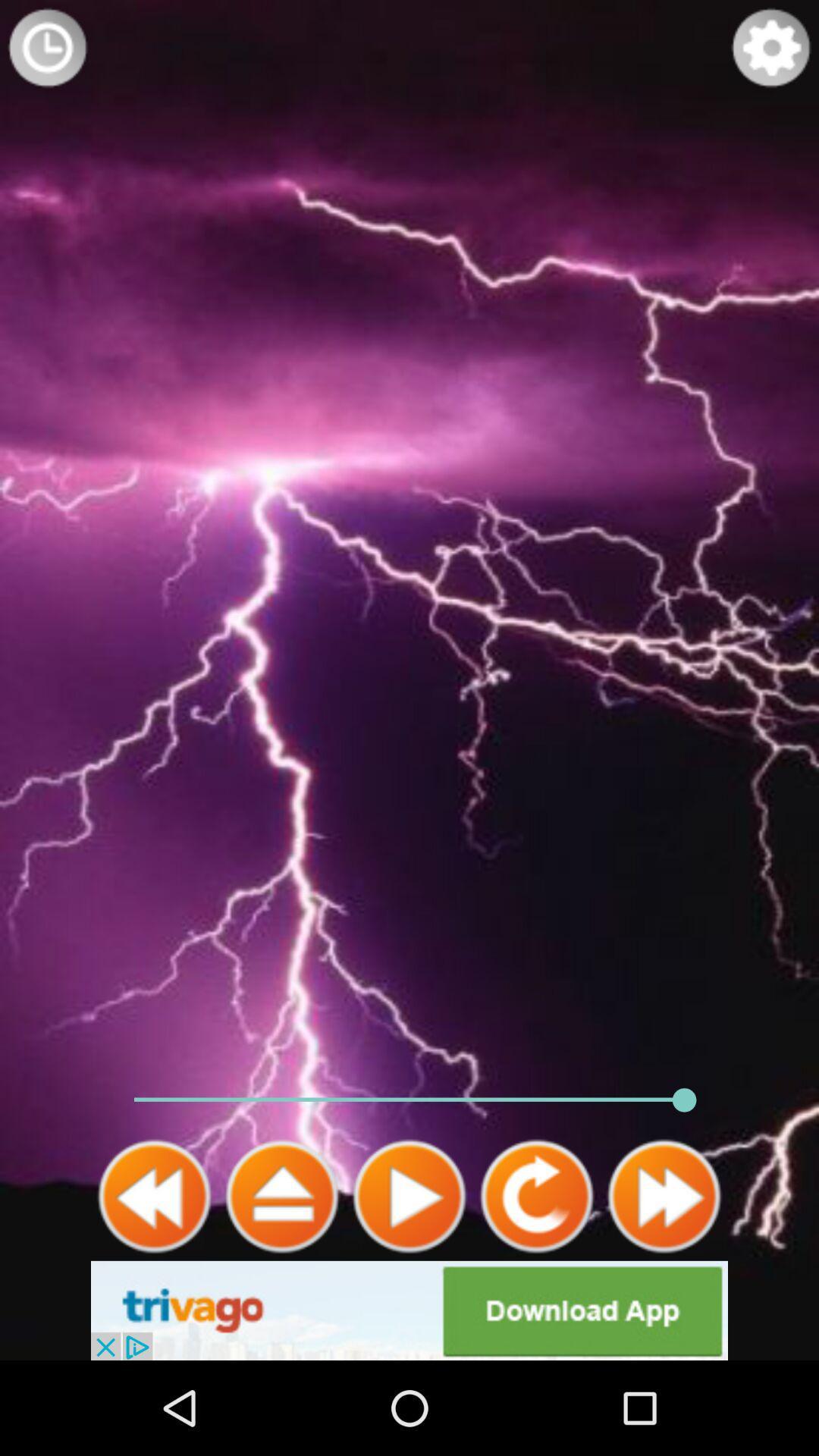 This screenshot has width=819, height=1456. What do you see at coordinates (536, 1196) in the screenshot?
I see `repeat song button` at bounding box center [536, 1196].